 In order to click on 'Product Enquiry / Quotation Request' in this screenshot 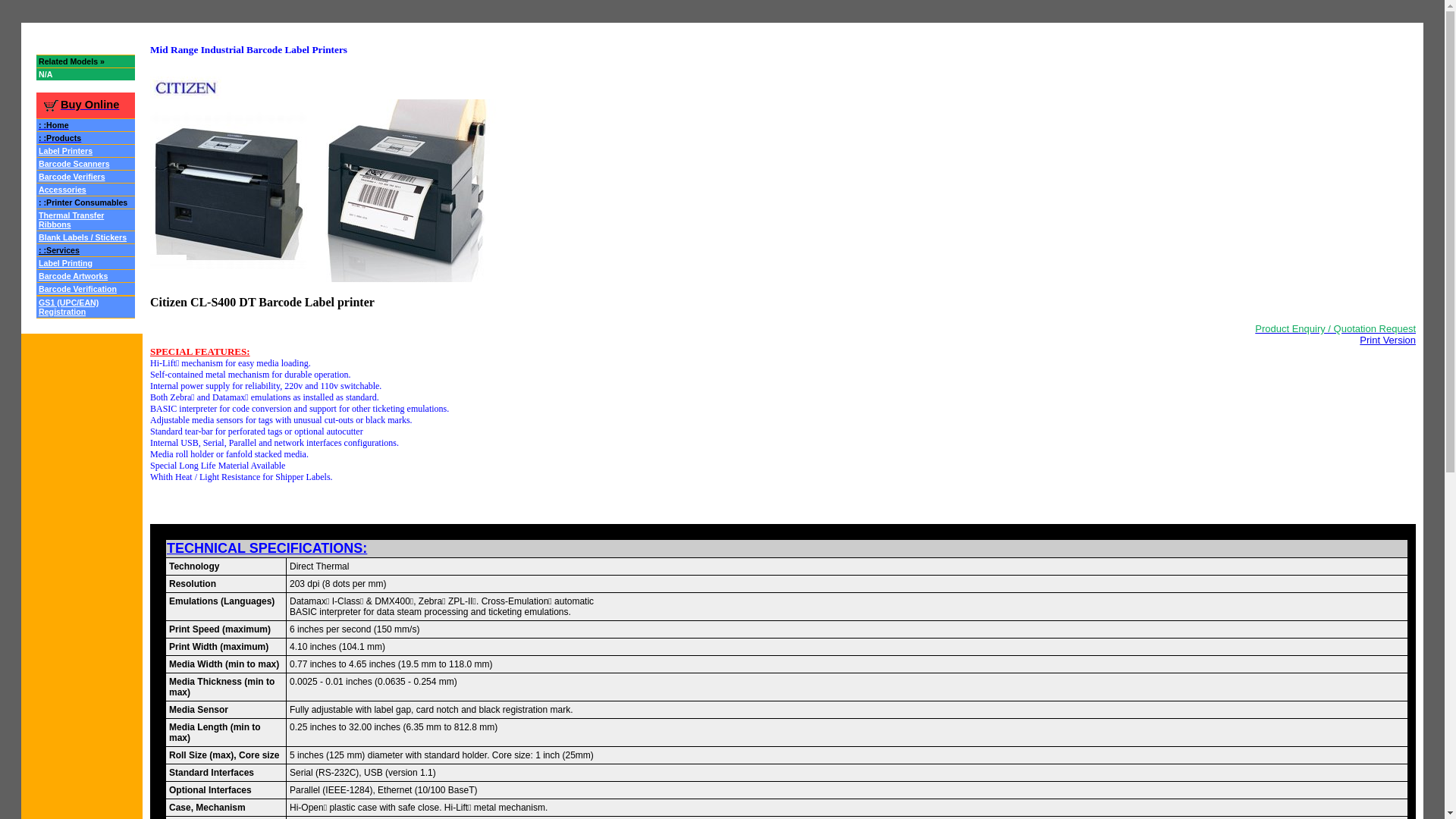, I will do `click(1335, 327)`.